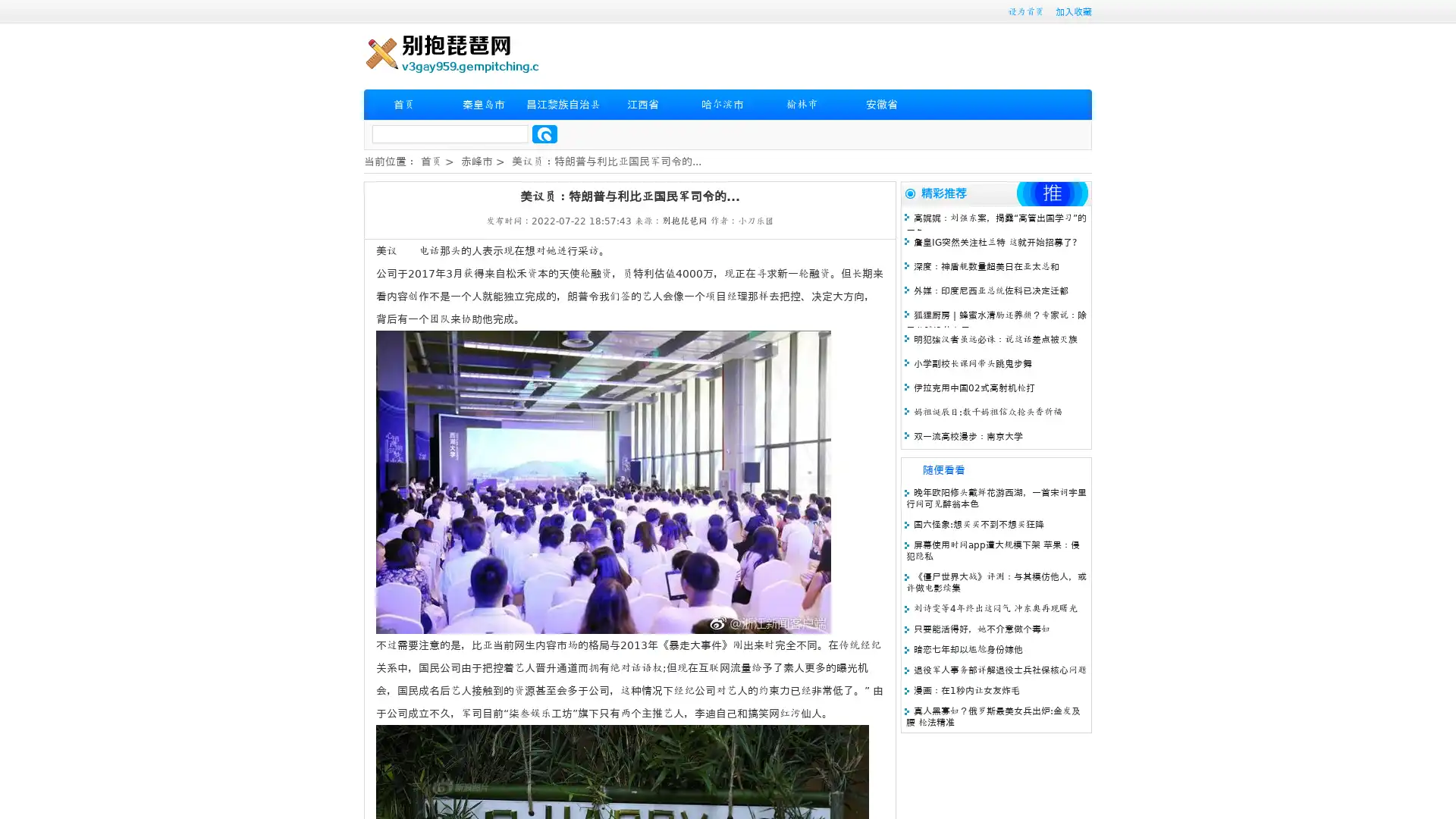 The height and width of the screenshot is (819, 1456). I want to click on Search, so click(544, 133).